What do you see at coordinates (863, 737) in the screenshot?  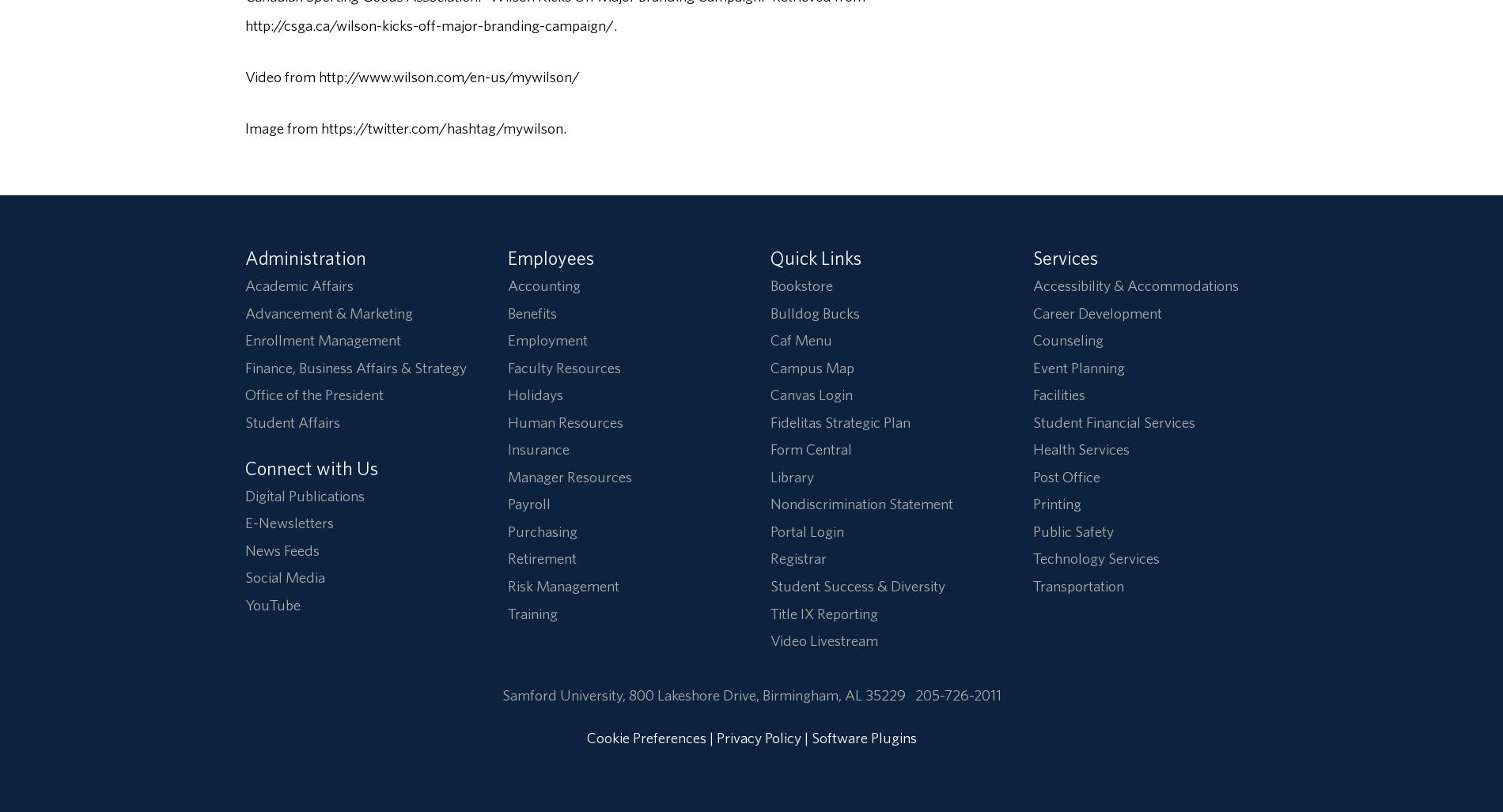 I see `'Software Plugins'` at bounding box center [863, 737].